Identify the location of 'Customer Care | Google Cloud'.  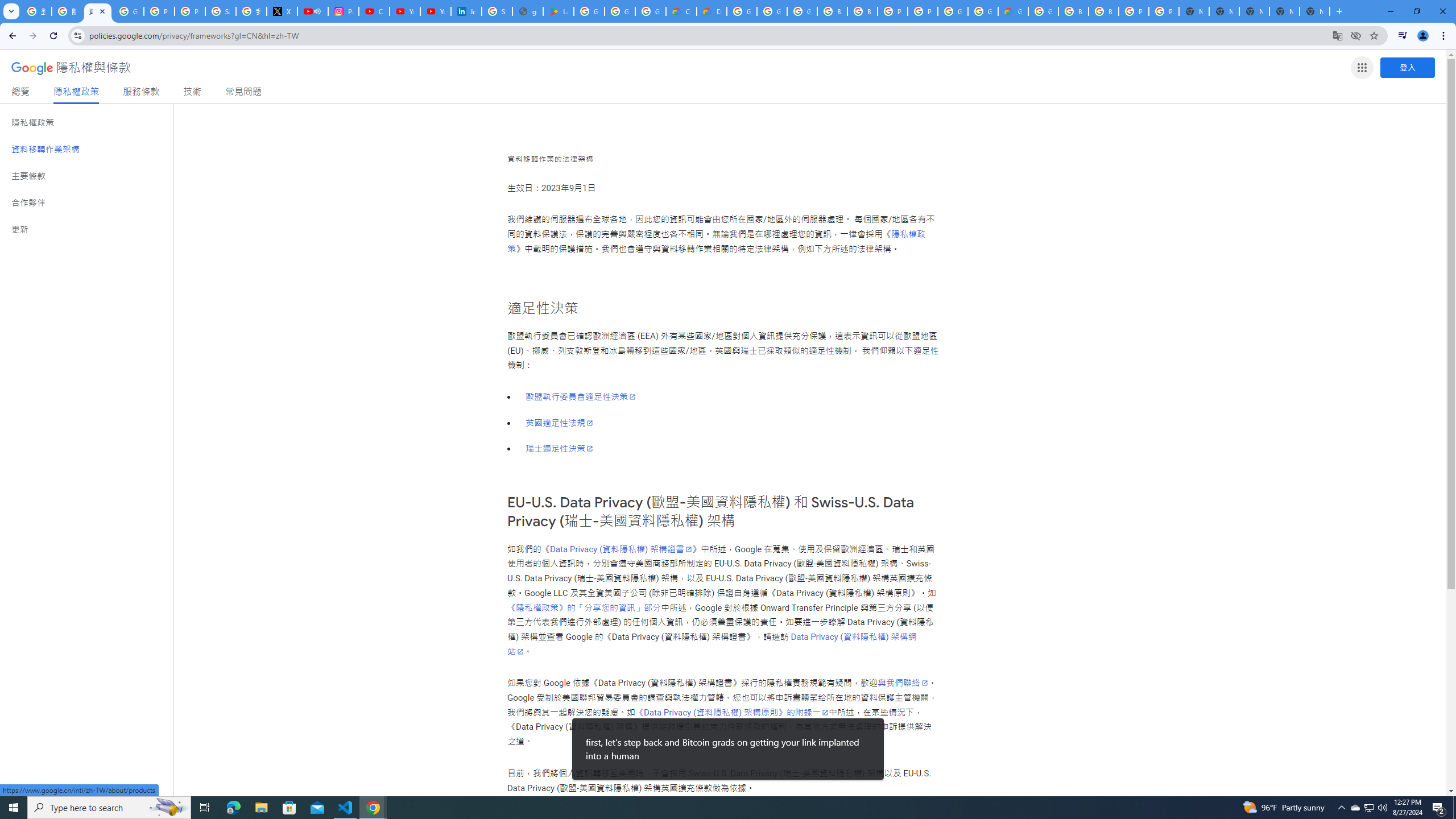
(681, 11).